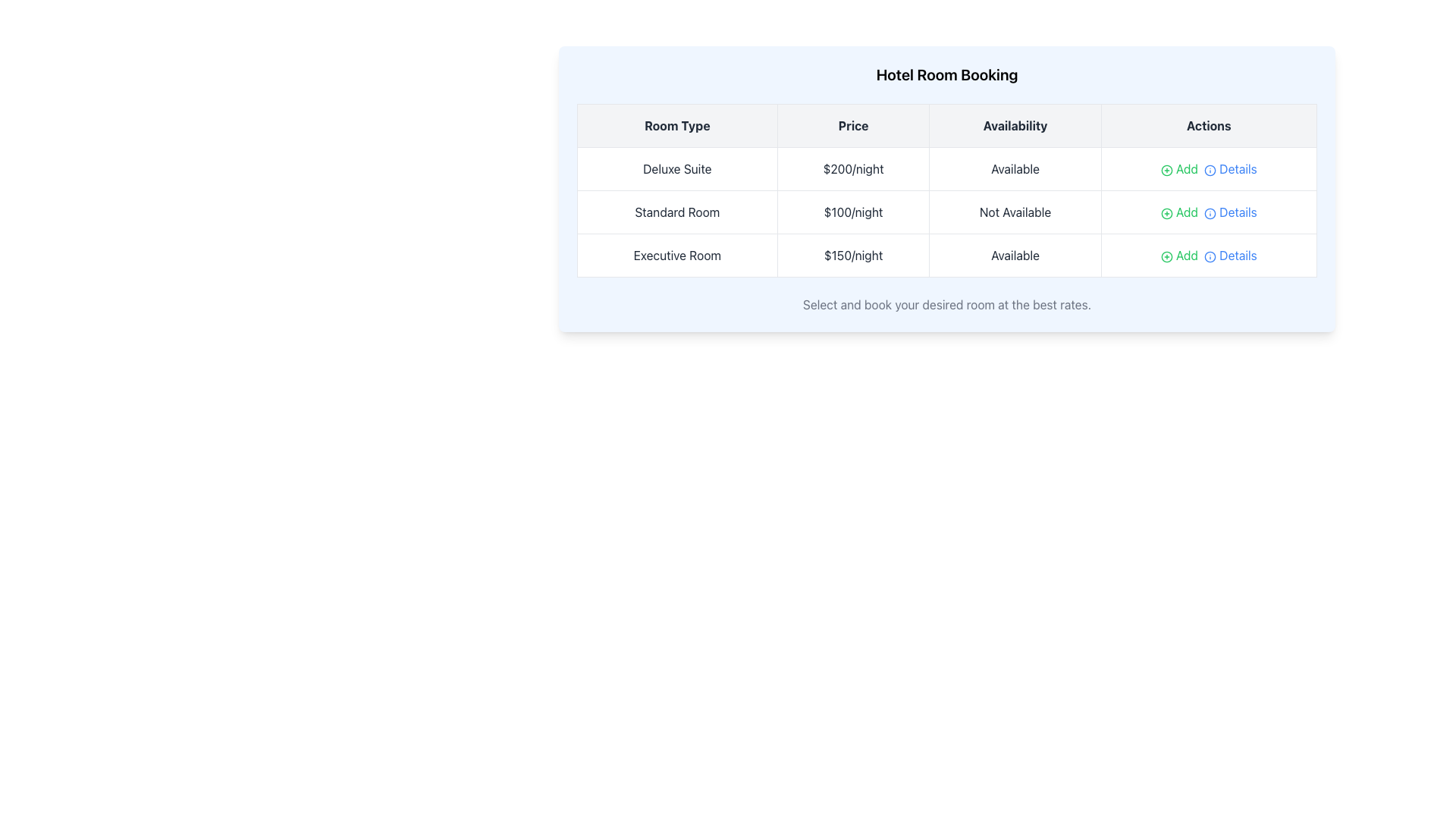  What do you see at coordinates (1015, 169) in the screenshot?
I see `the availability status text label indicating that the 'Deluxe Suite' is available for booking, which is located in the third column of the first row of the table under the 'Availability' header` at bounding box center [1015, 169].